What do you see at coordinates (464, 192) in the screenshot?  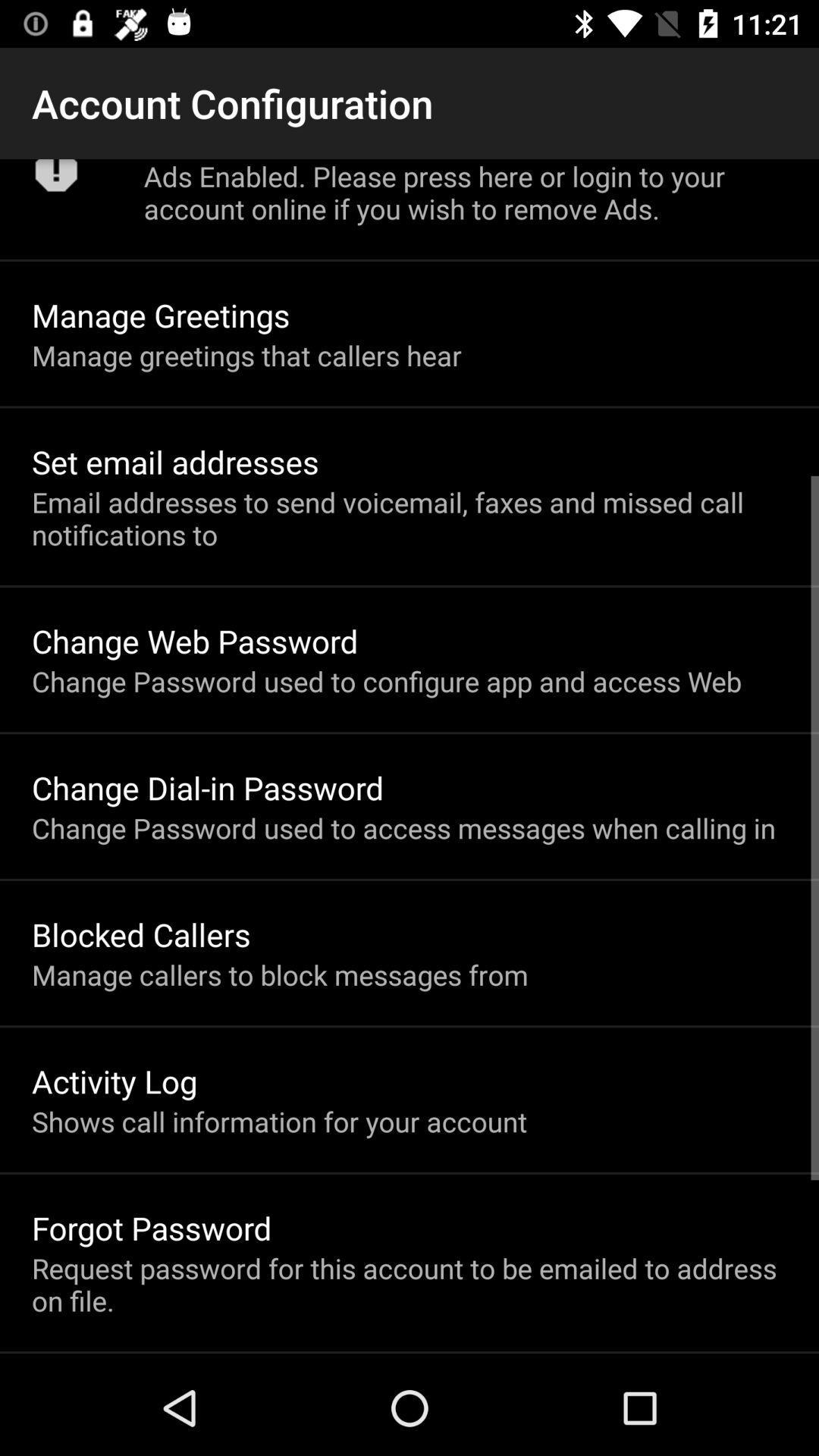 I see `ads enabled please icon` at bounding box center [464, 192].